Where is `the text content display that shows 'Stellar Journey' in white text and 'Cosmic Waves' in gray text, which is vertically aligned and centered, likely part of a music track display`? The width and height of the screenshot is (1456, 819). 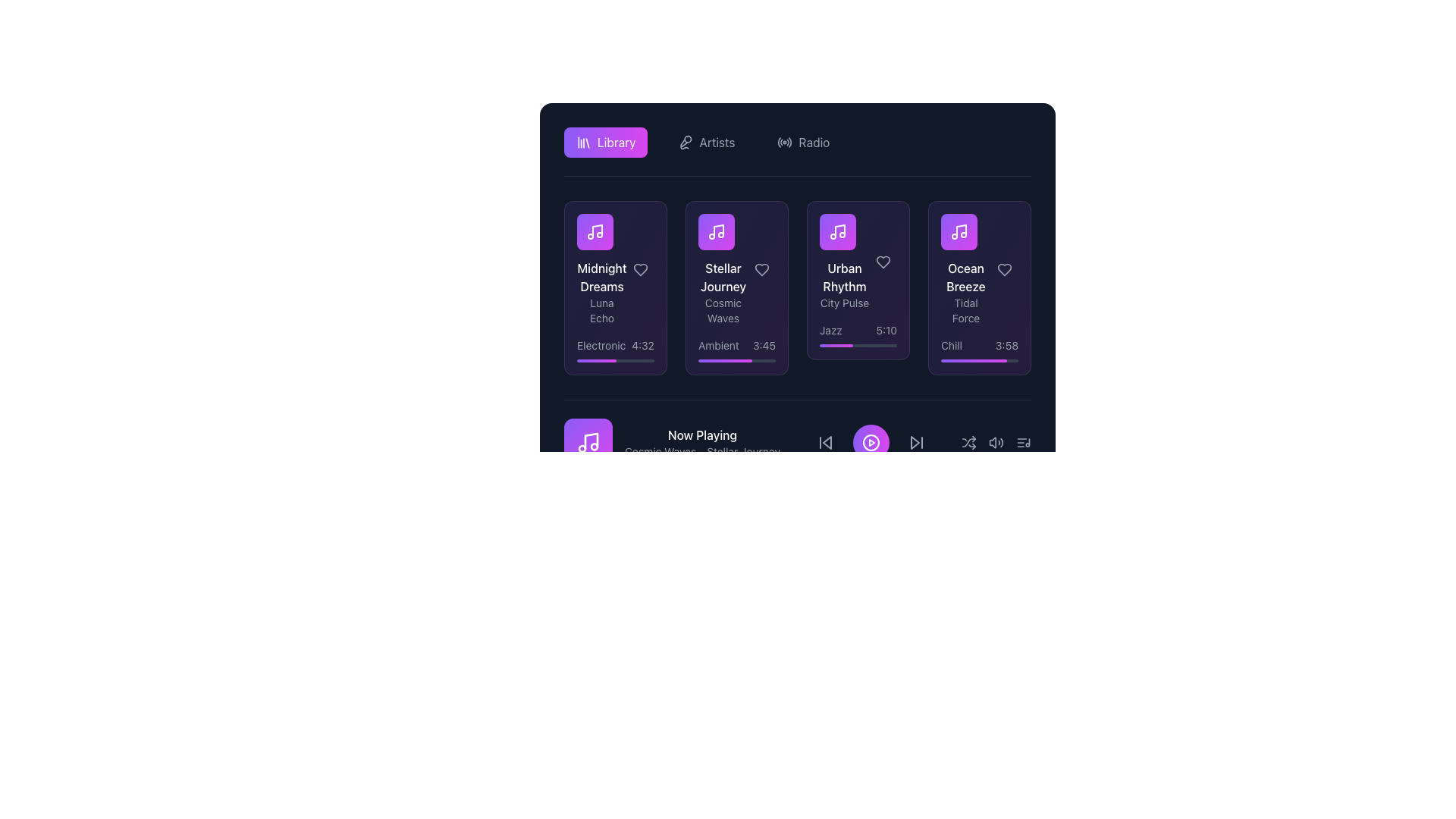 the text content display that shows 'Stellar Journey' in white text and 'Cosmic Waves' in gray text, which is vertically aligned and centered, likely part of a music track display is located at coordinates (736, 268).